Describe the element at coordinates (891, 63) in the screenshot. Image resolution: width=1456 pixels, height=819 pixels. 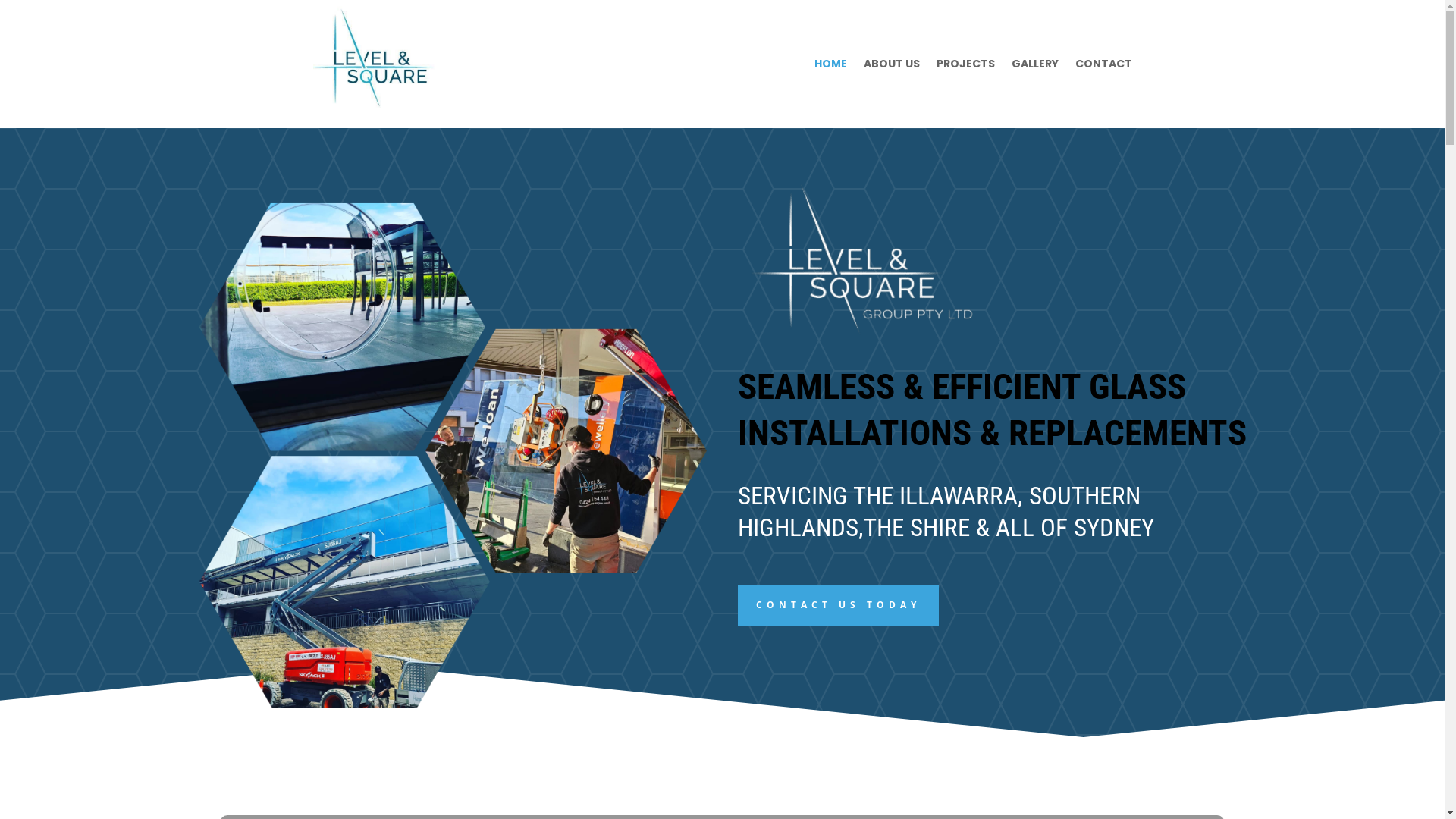
I see `'ABOUT US'` at that location.